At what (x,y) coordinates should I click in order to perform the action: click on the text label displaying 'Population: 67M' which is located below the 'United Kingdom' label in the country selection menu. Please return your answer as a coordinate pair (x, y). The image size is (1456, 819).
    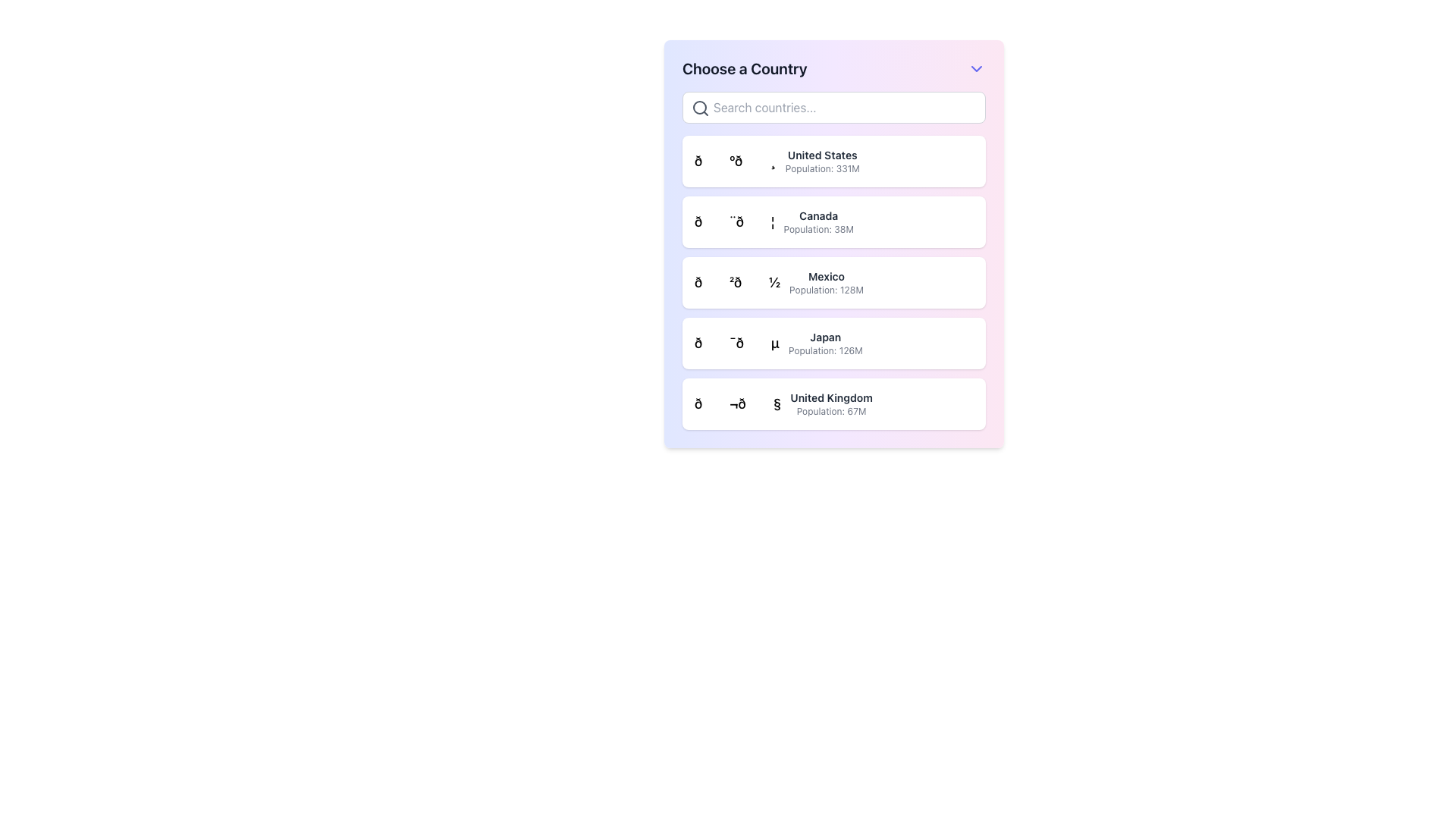
    Looking at the image, I should click on (830, 412).